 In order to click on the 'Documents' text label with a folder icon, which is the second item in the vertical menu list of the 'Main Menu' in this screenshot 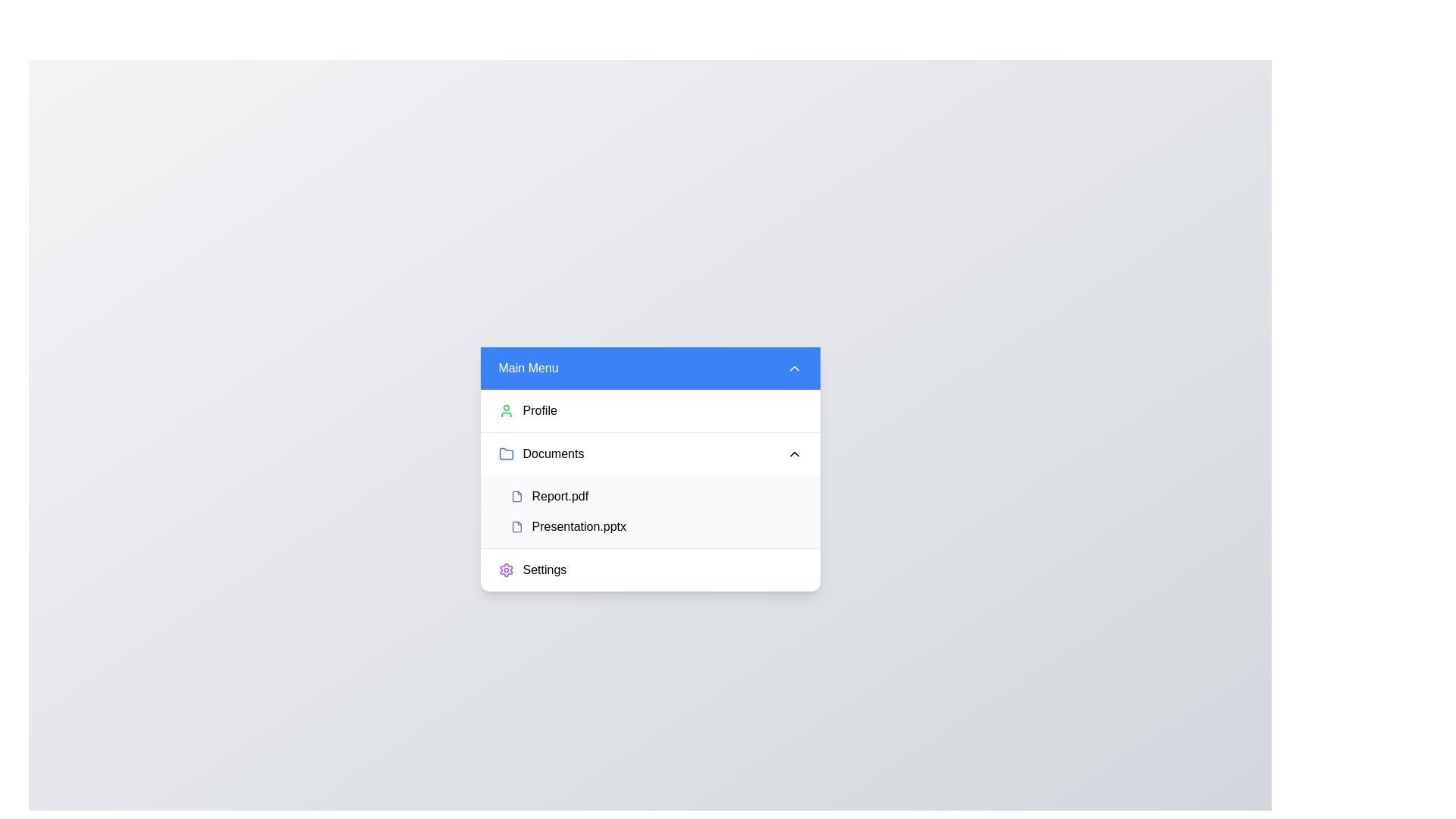, I will do `click(541, 453)`.